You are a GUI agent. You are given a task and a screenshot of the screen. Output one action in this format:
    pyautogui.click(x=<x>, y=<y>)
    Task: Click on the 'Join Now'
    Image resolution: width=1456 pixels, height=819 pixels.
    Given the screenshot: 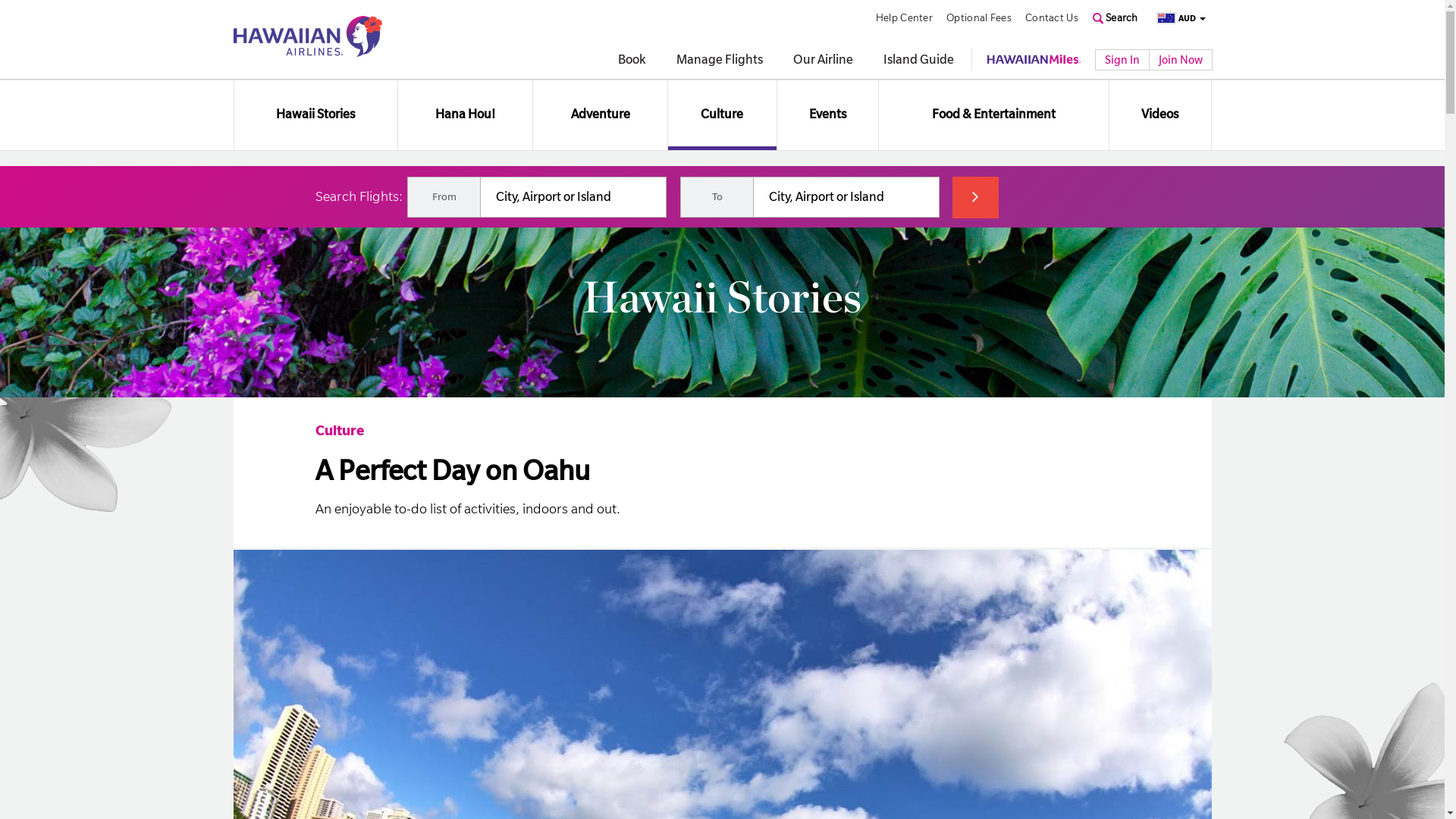 What is the action you would take?
    pyautogui.click(x=1178, y=58)
    